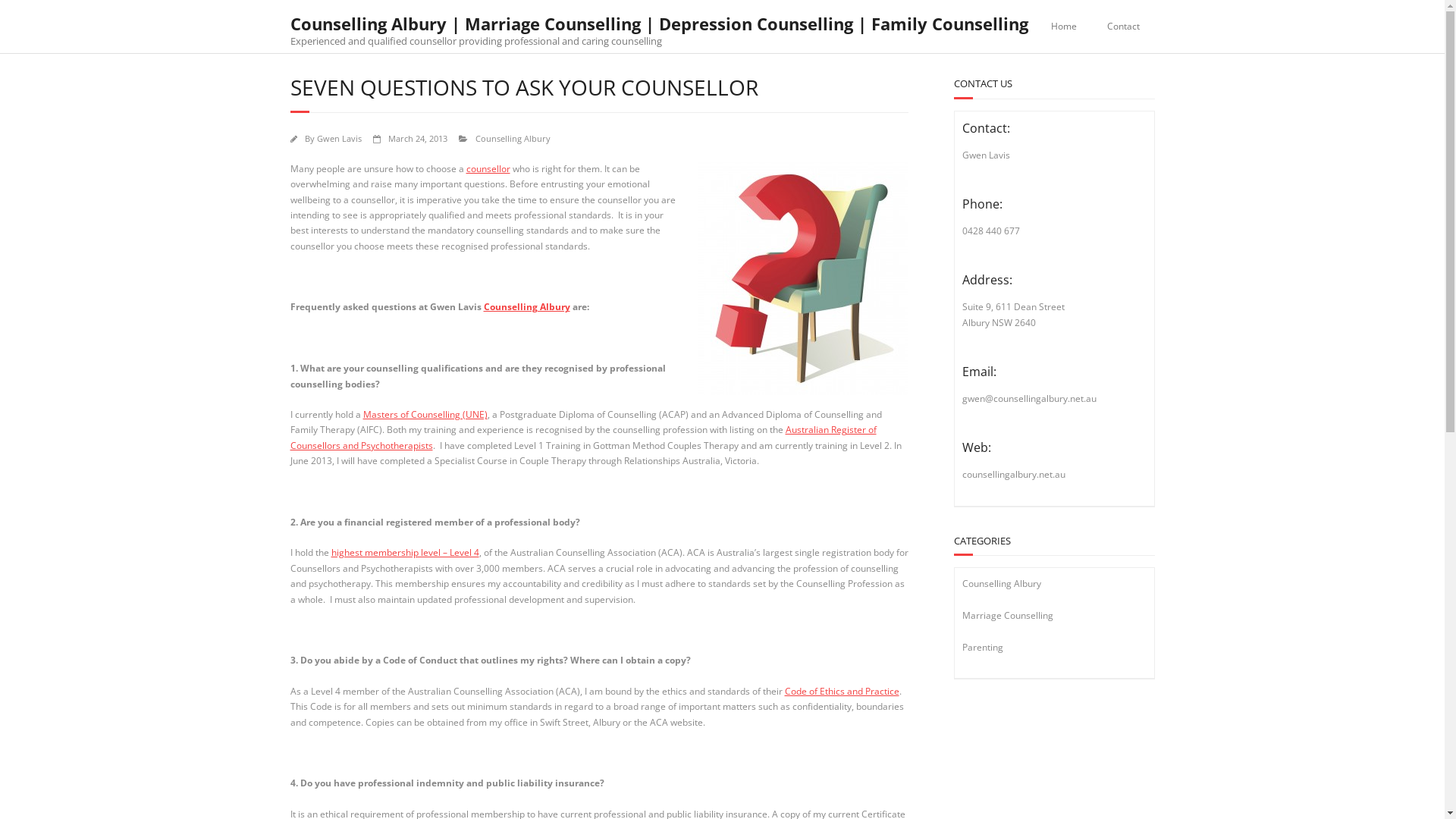 The height and width of the screenshot is (819, 1456). I want to click on 'Marriage Counselling', so click(1007, 615).